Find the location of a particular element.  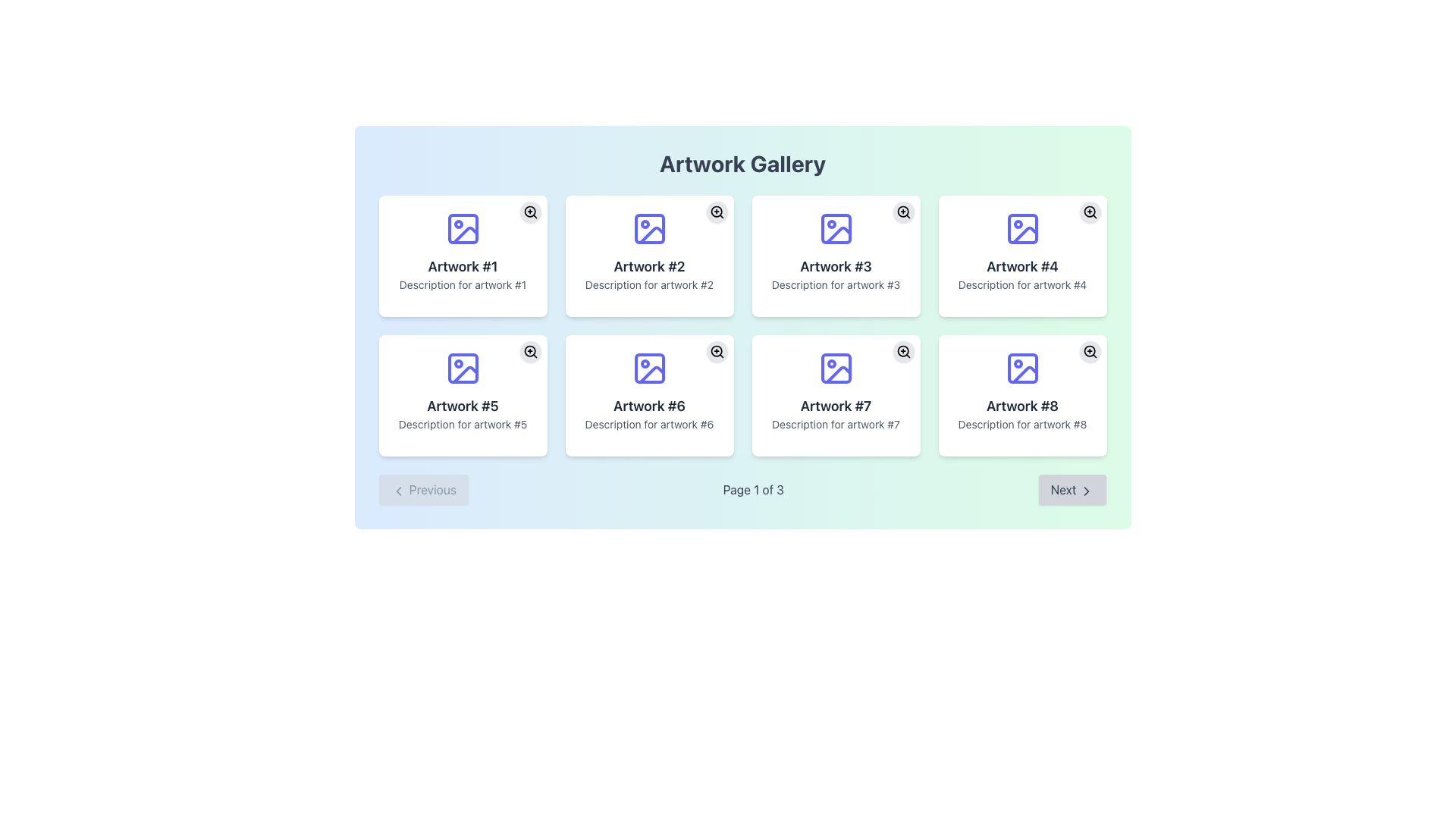

the graphic/icon representing the artwork entry for 'Artwork #2', which is prominently located at the top center of the card is located at coordinates (649, 228).